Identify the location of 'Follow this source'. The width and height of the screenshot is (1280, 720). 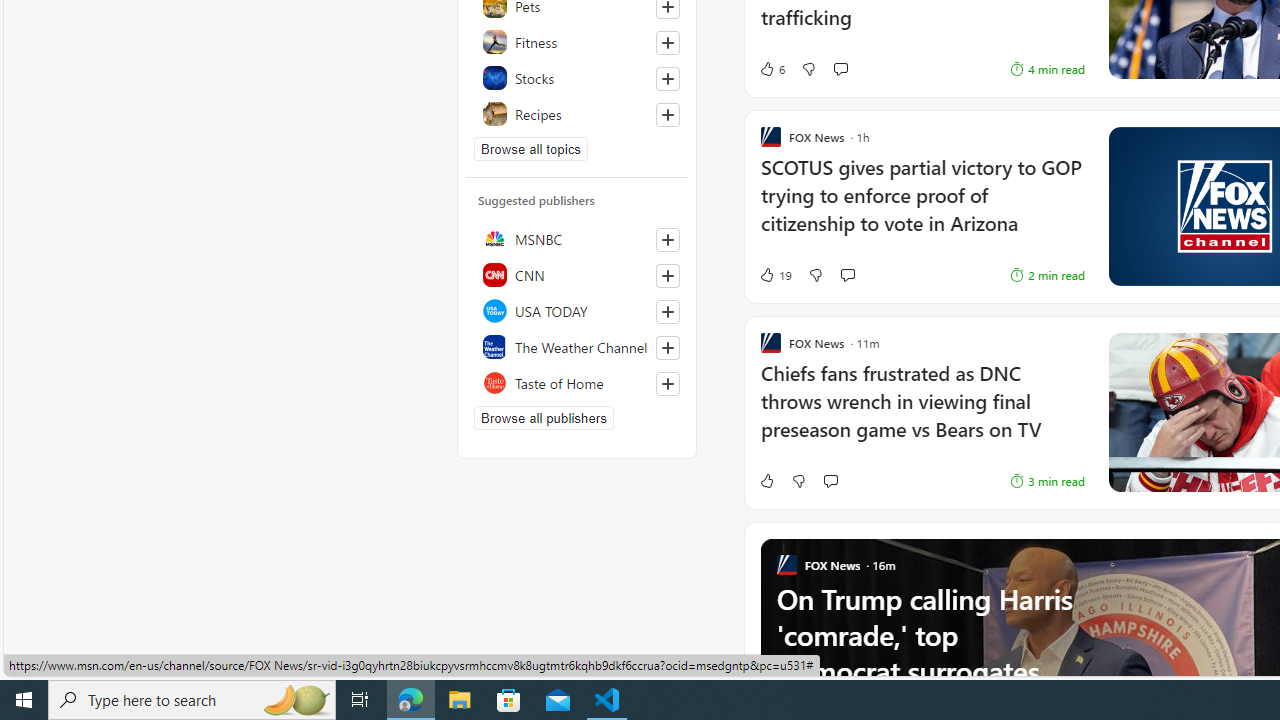
(667, 384).